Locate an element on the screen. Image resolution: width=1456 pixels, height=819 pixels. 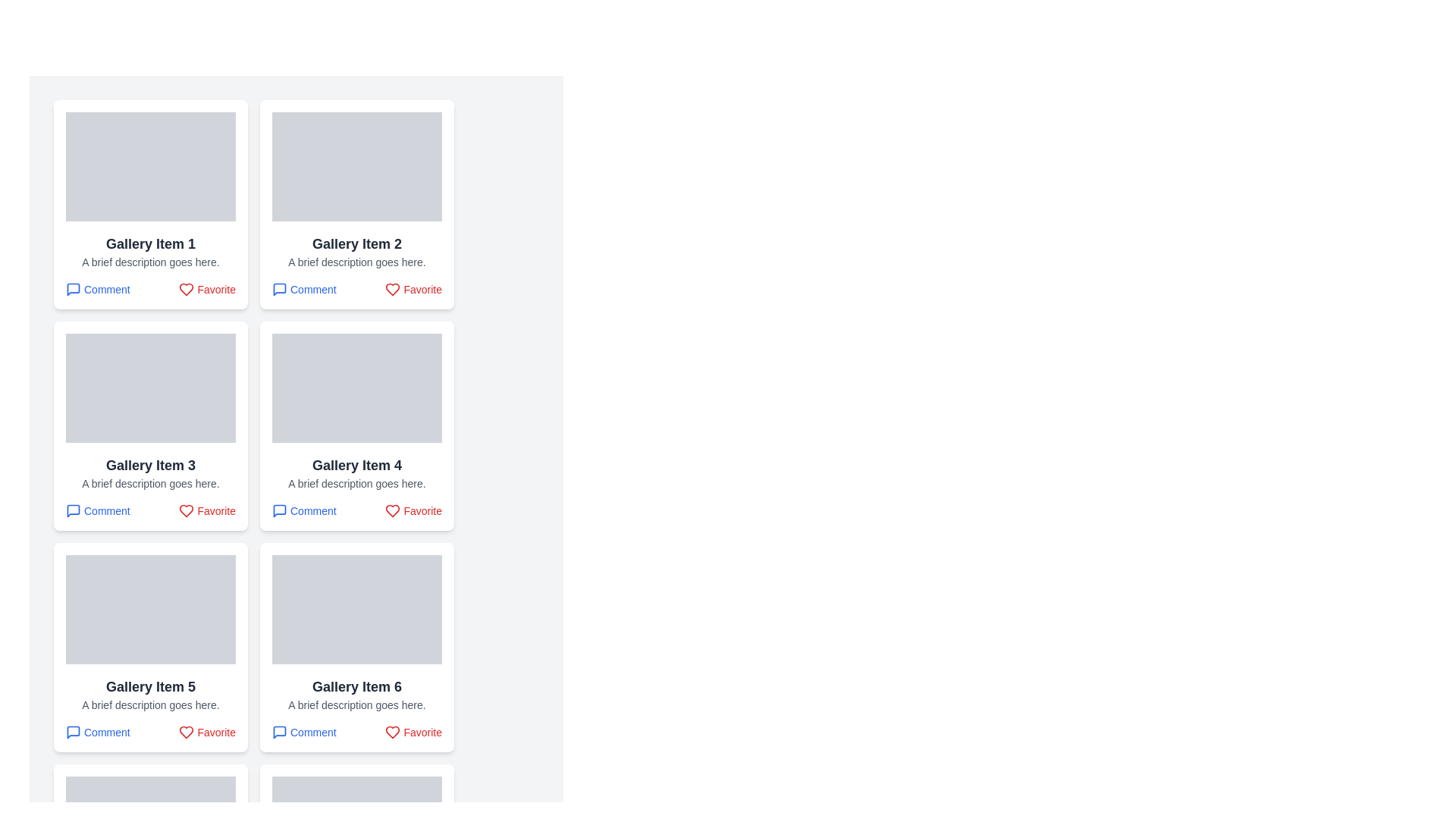
the comment icon located in the second column of the second row in the grid layout, which represents the comment feature for the item in the gallery is located at coordinates (280, 511).